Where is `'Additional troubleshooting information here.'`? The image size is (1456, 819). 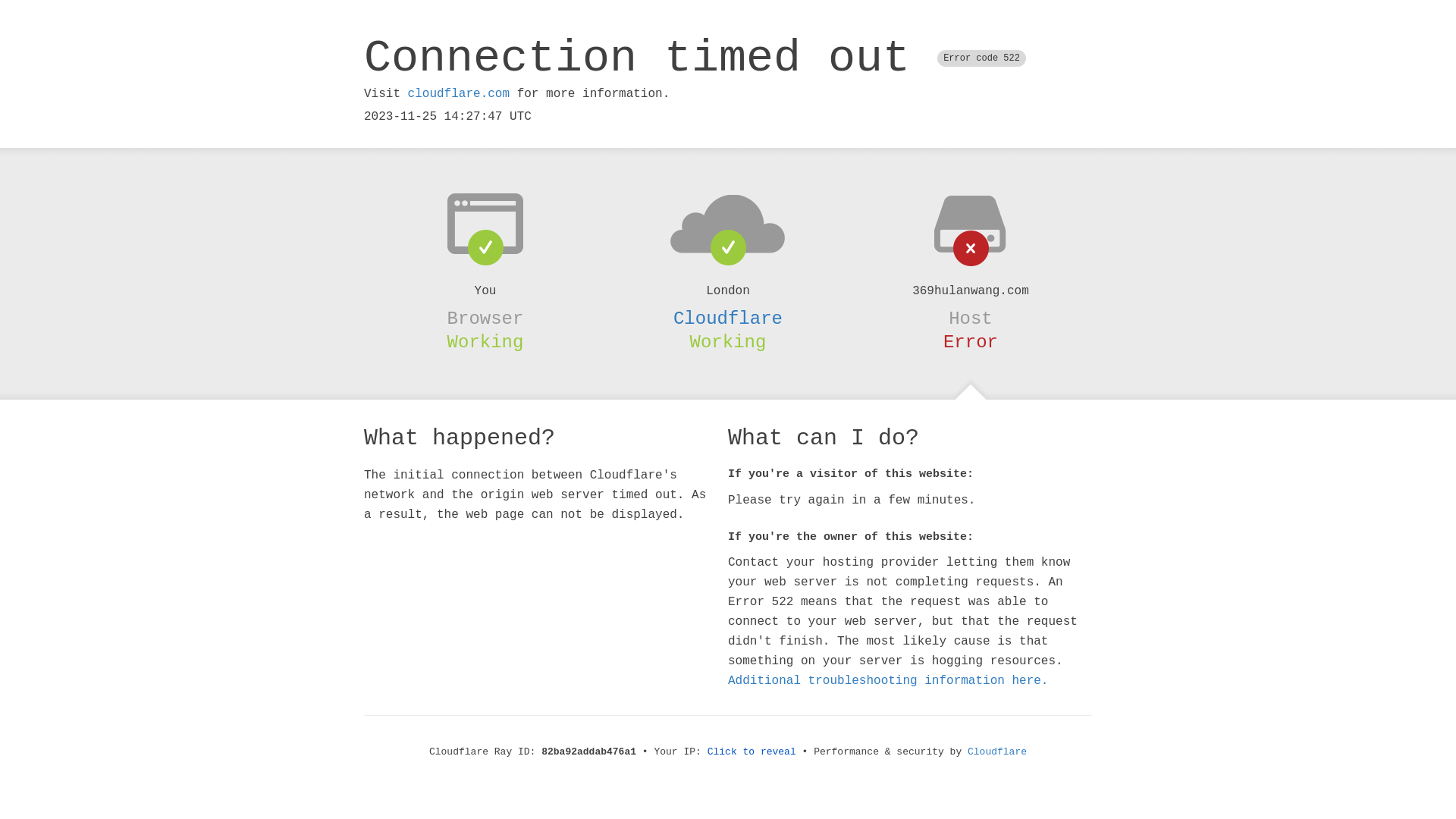 'Additional troubleshooting information here.' is located at coordinates (888, 680).